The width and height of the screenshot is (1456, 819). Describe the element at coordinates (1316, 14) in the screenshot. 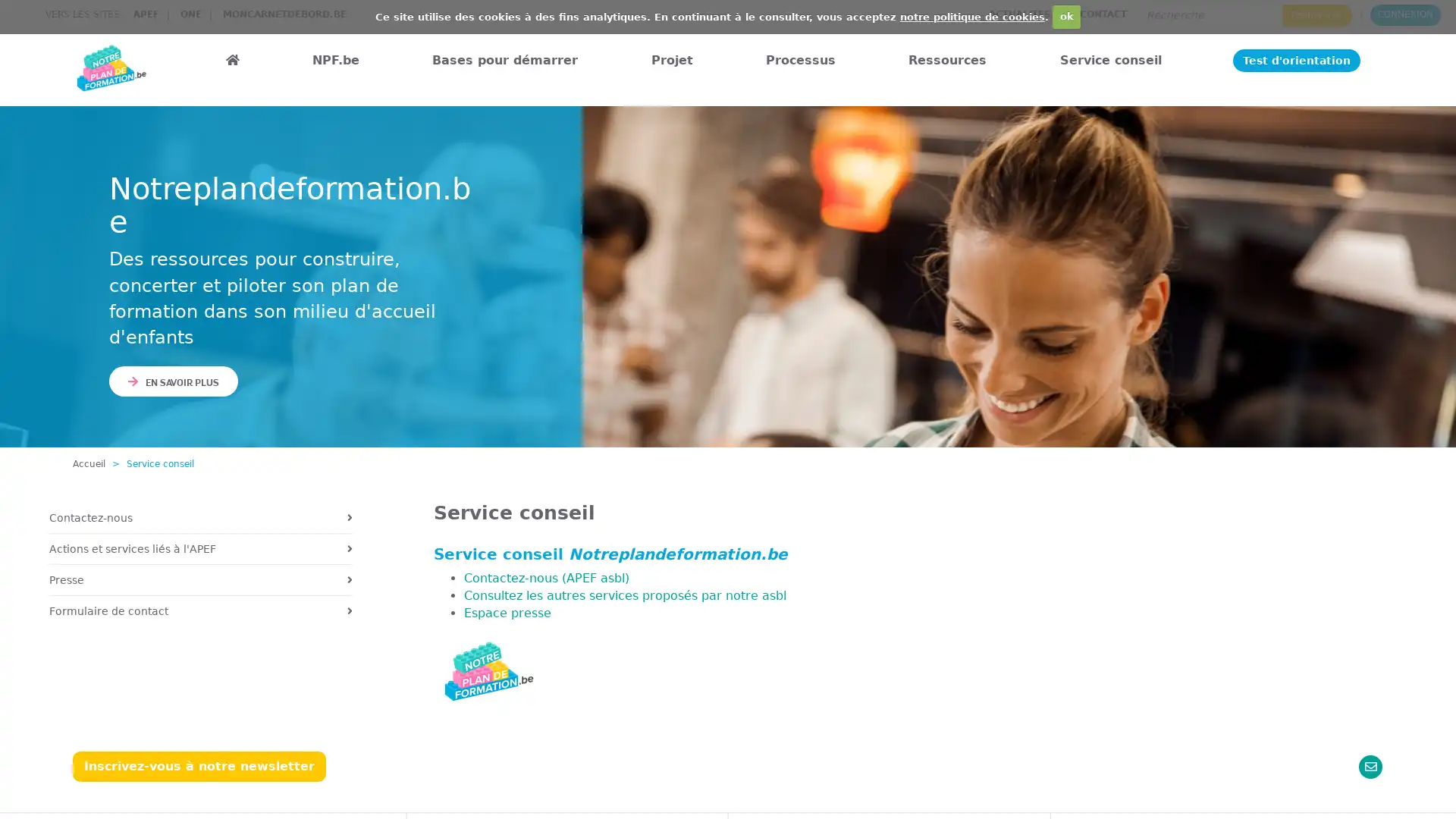

I see `Rechercher` at that location.